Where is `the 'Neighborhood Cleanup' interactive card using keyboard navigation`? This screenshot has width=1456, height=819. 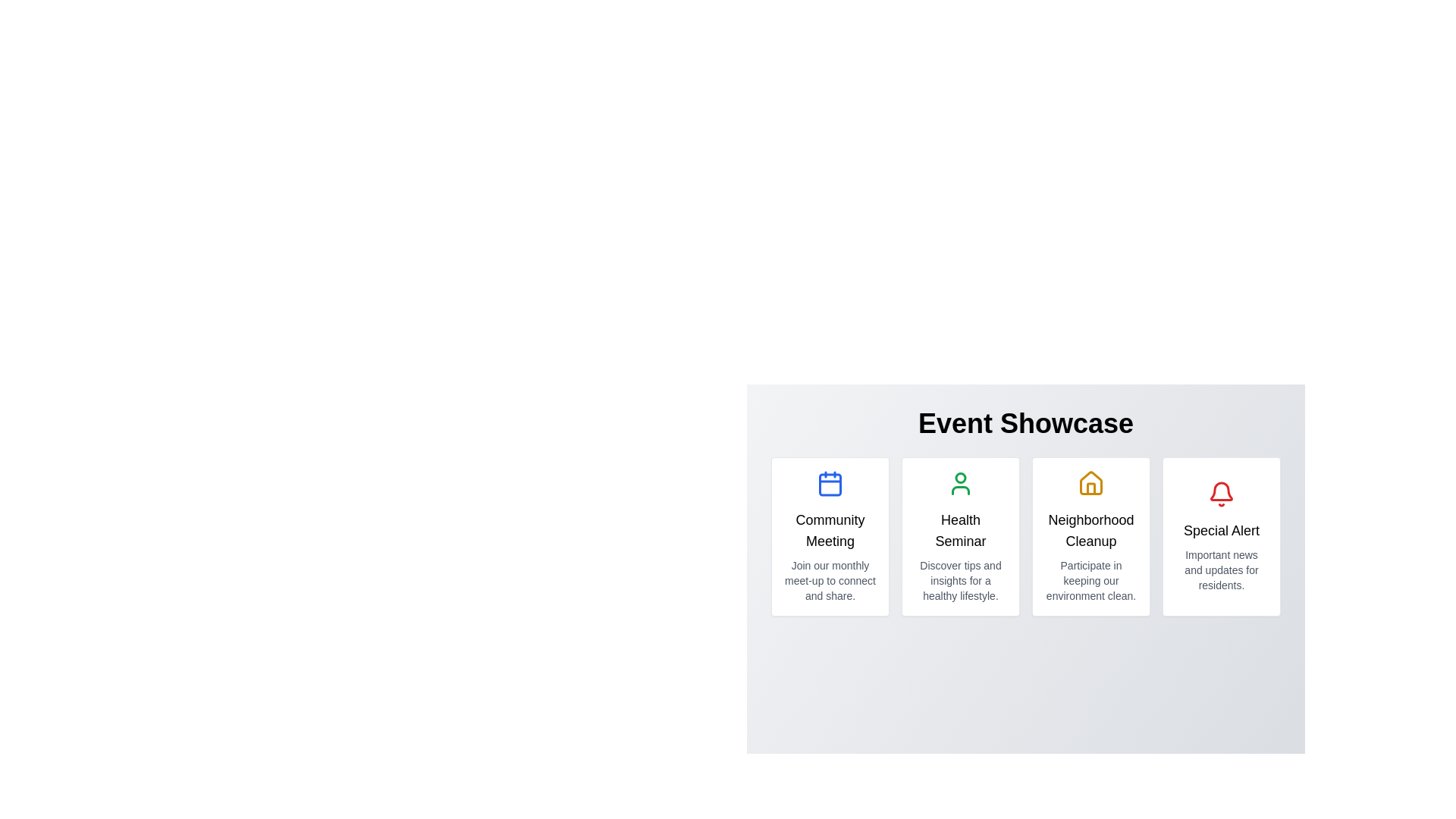 the 'Neighborhood Cleanup' interactive card using keyboard navigation is located at coordinates (1090, 536).